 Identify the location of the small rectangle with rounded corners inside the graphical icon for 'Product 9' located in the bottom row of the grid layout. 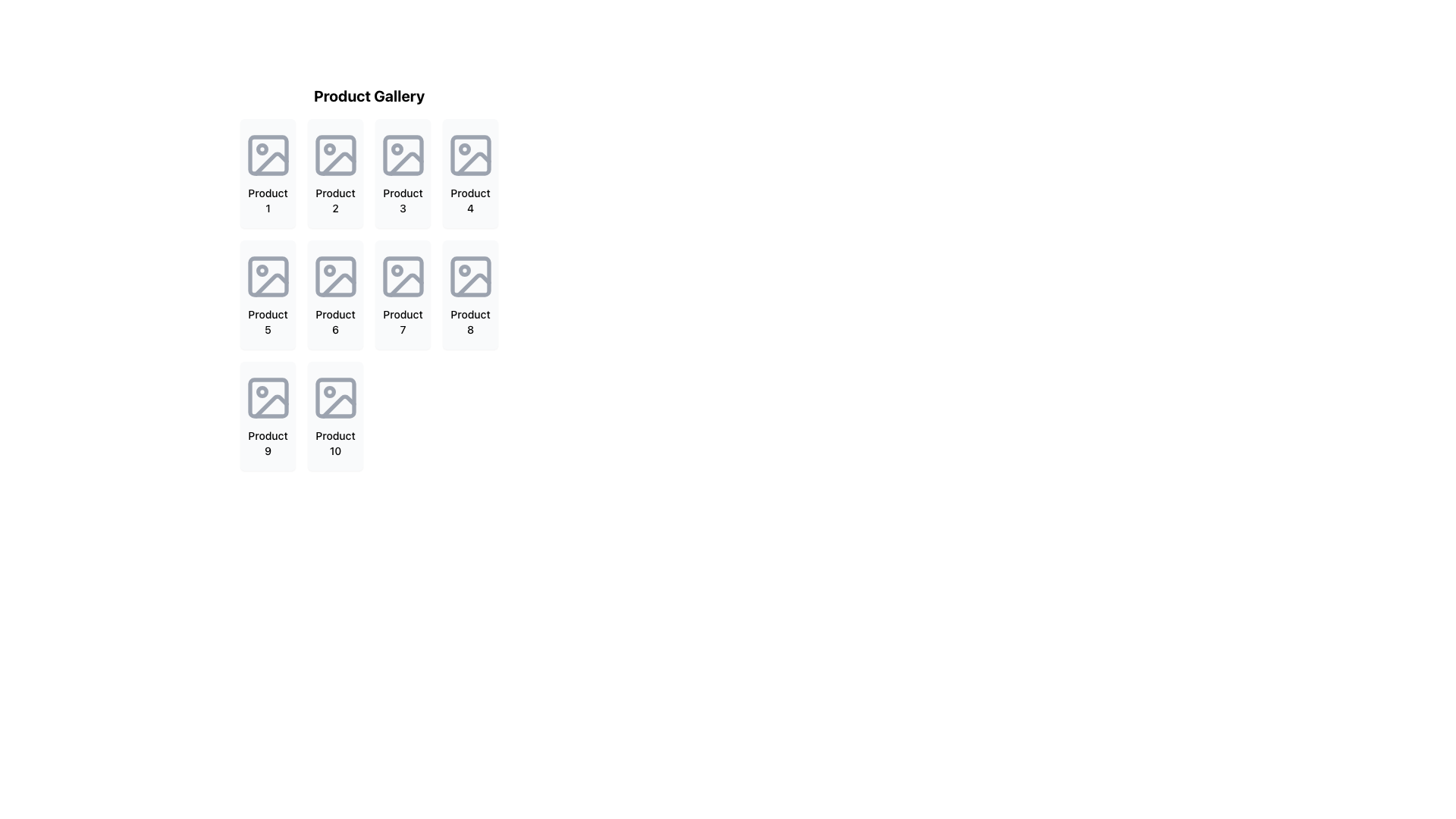
(268, 397).